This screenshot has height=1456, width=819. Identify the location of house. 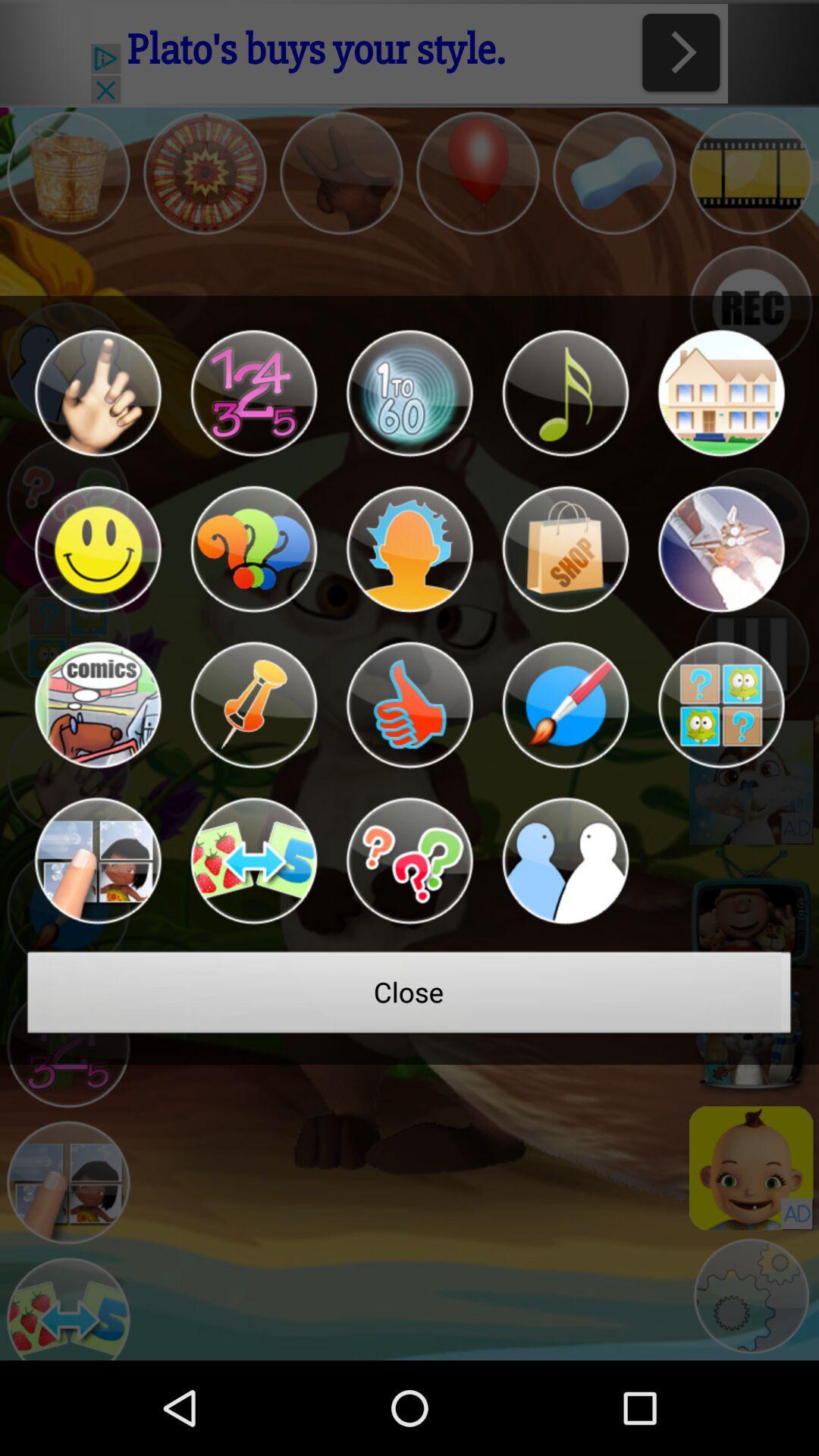
(720, 393).